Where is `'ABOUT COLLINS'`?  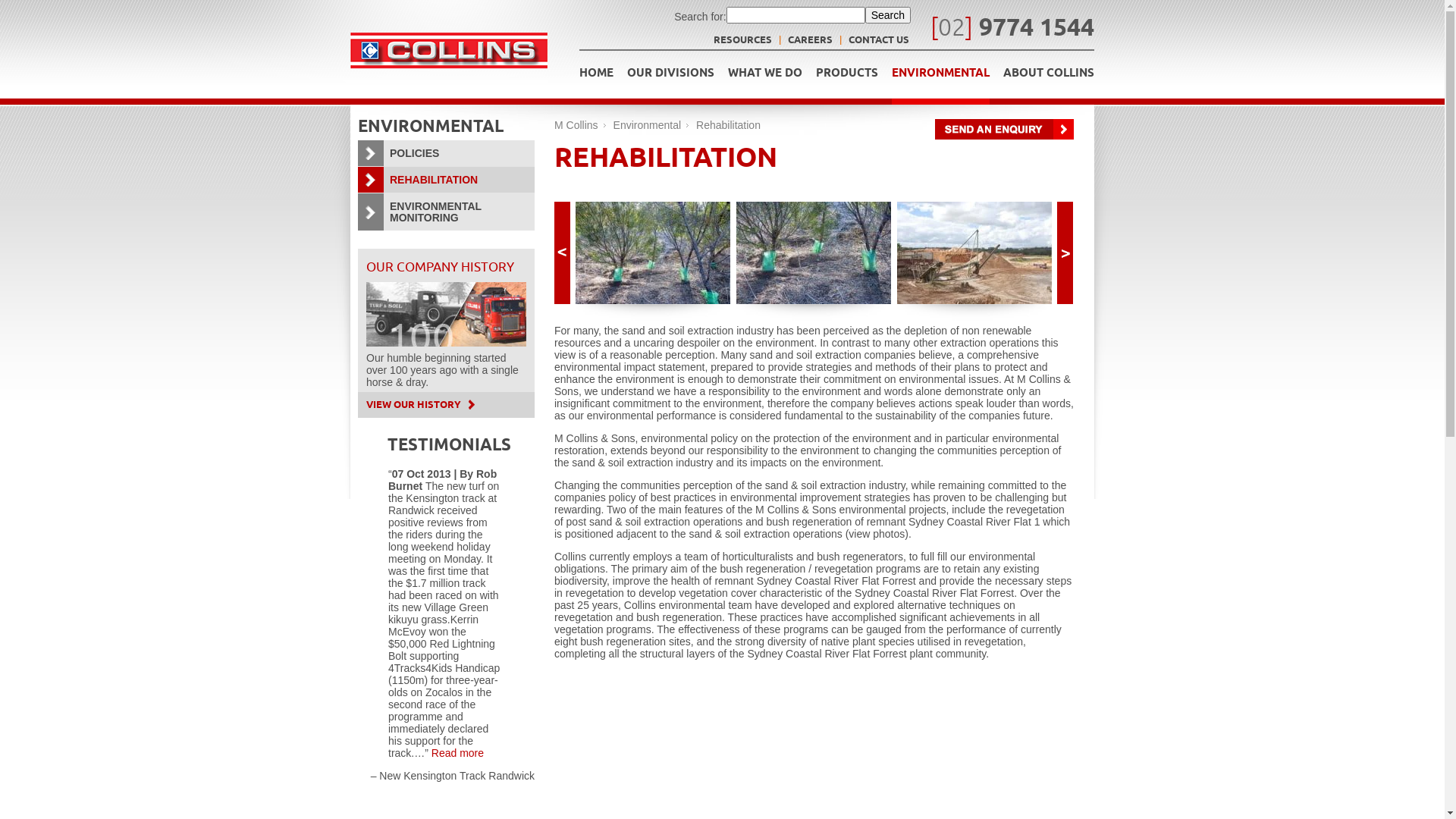
'ABOUT COLLINS' is located at coordinates (1047, 77).